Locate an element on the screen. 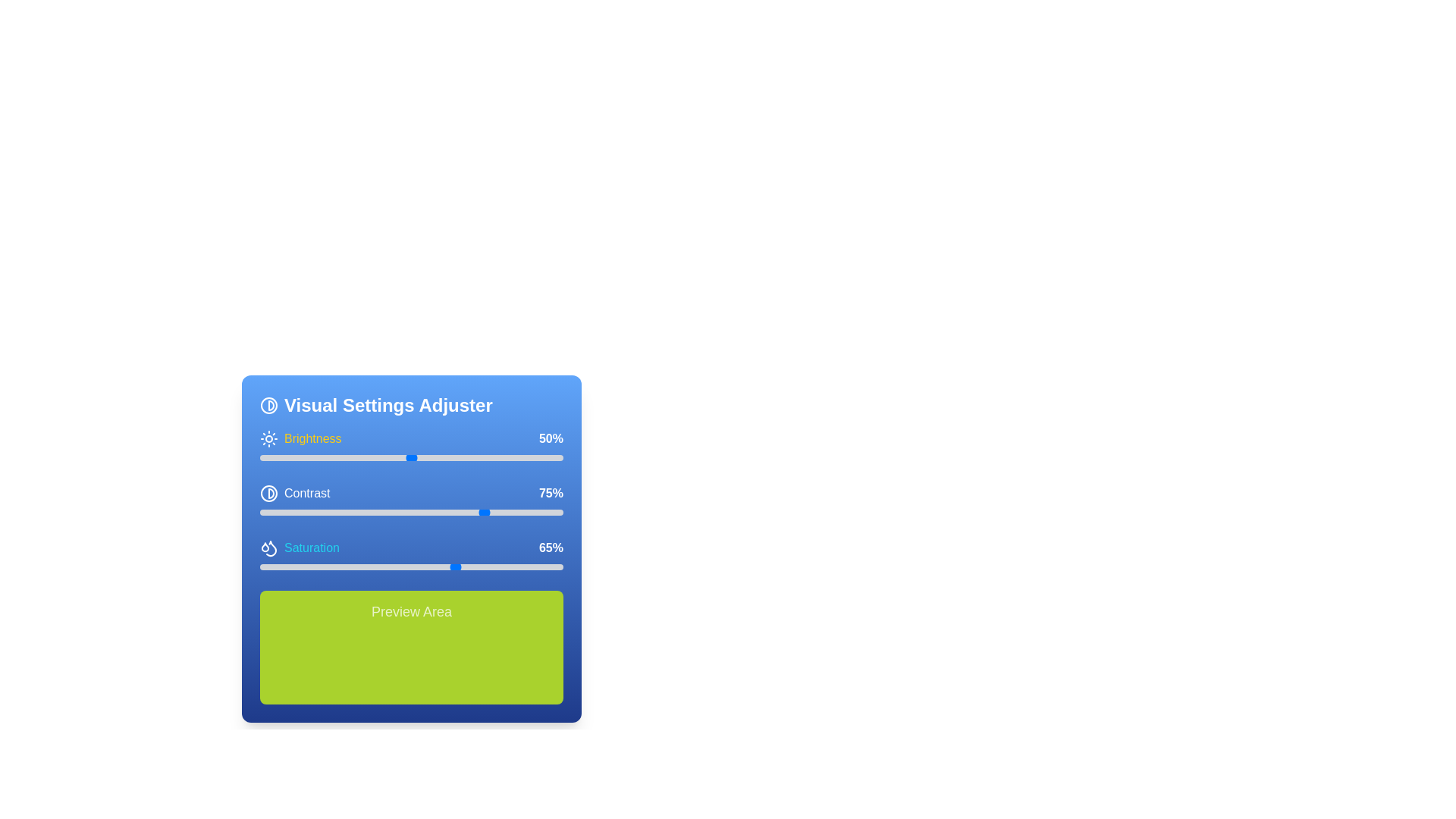 Image resolution: width=1456 pixels, height=819 pixels. the 'Saturation' label which is light blue and is located next to a droplet icon on a blue background is located at coordinates (300, 548).